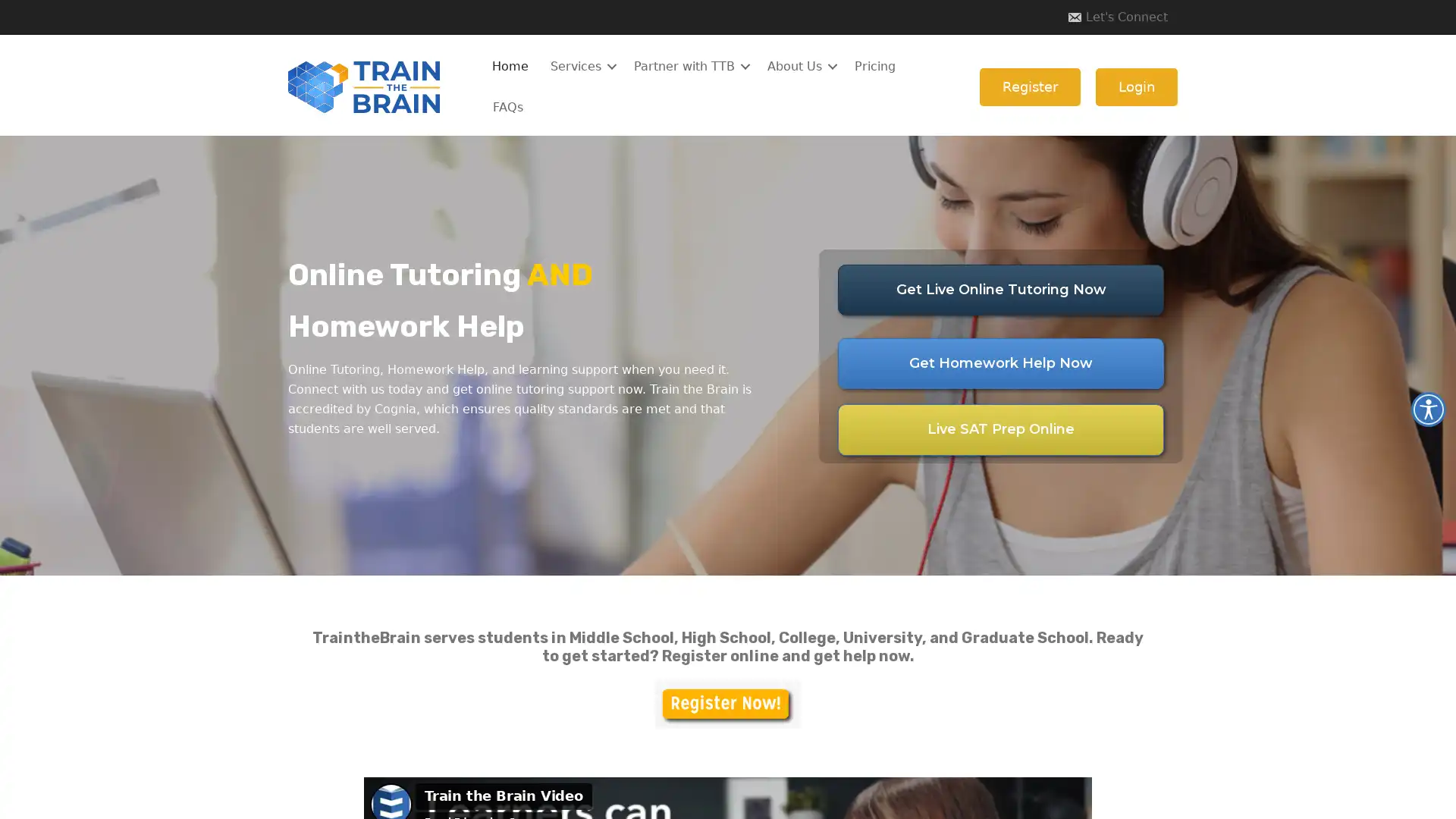  What do you see at coordinates (960, 795) in the screenshot?
I see `Accept` at bounding box center [960, 795].